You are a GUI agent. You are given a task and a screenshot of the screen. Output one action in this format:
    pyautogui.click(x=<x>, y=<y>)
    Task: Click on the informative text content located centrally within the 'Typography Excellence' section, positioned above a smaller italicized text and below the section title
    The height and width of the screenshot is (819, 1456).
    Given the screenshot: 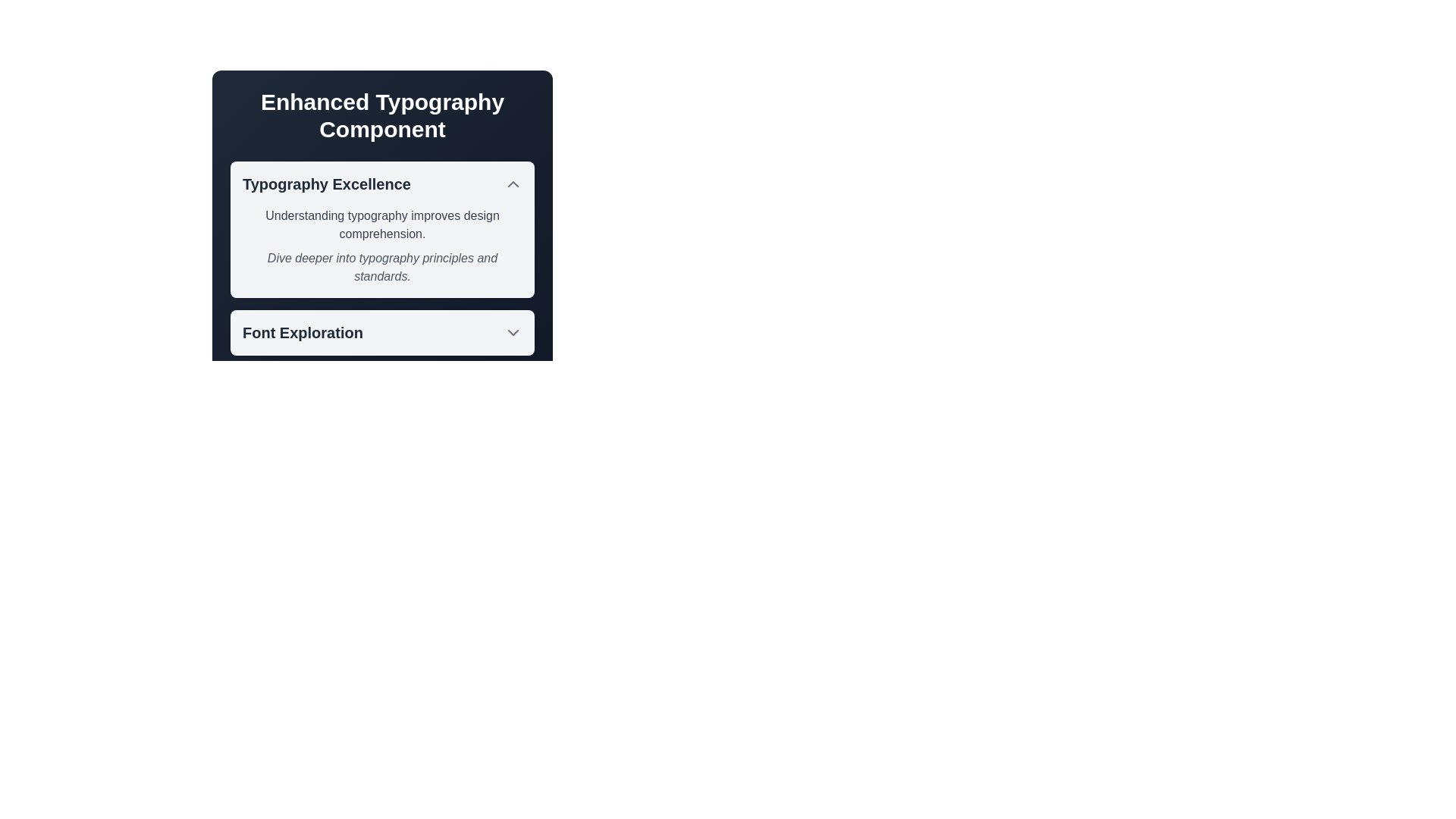 What is the action you would take?
    pyautogui.click(x=382, y=225)
    